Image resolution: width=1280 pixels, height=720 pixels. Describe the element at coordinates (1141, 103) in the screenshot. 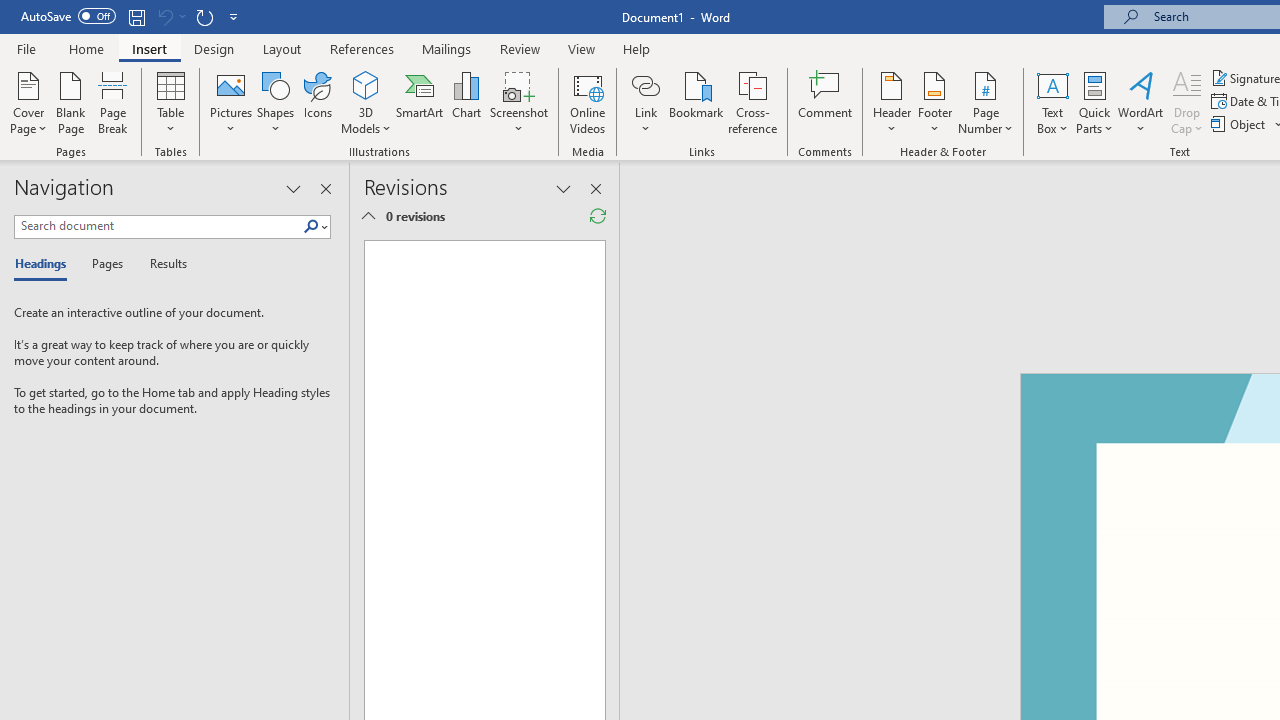

I see `'WordArt'` at that location.